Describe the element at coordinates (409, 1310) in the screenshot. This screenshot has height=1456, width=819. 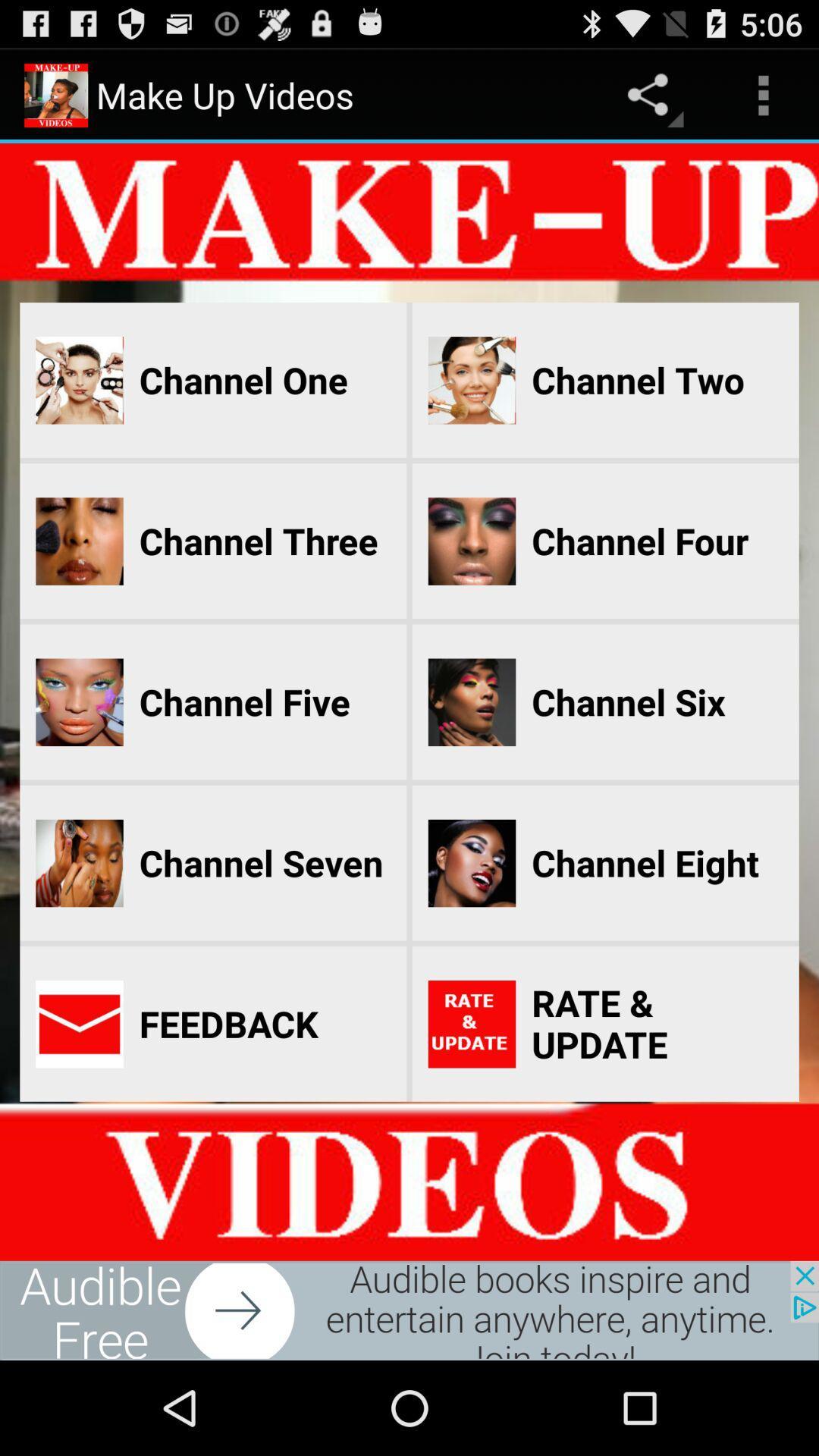
I see `advertisement` at that location.